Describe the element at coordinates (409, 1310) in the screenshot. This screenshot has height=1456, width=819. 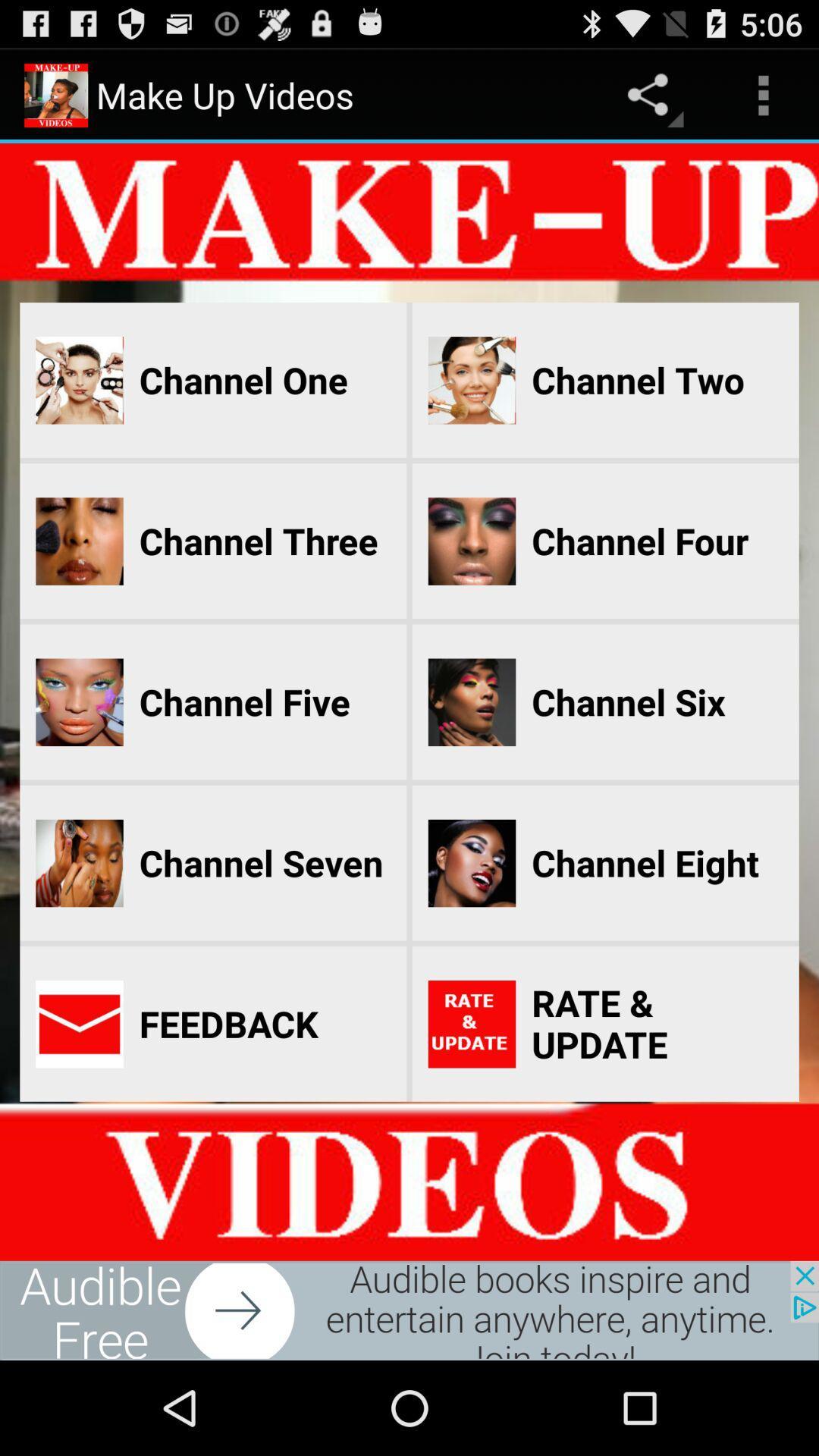
I see `advertisement` at that location.